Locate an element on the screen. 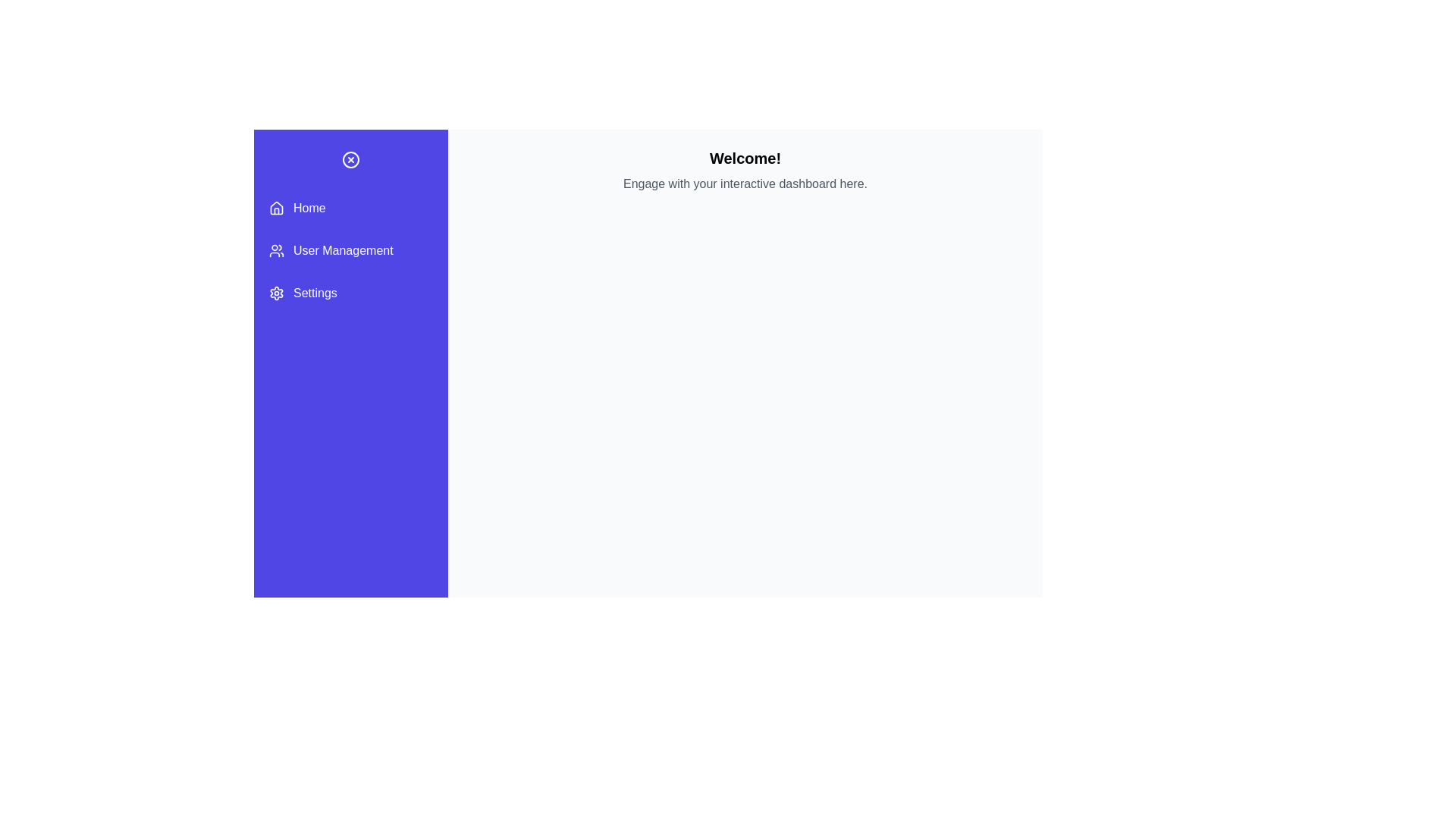 The image size is (1456, 819). the main content text to interact with it is located at coordinates (745, 184).